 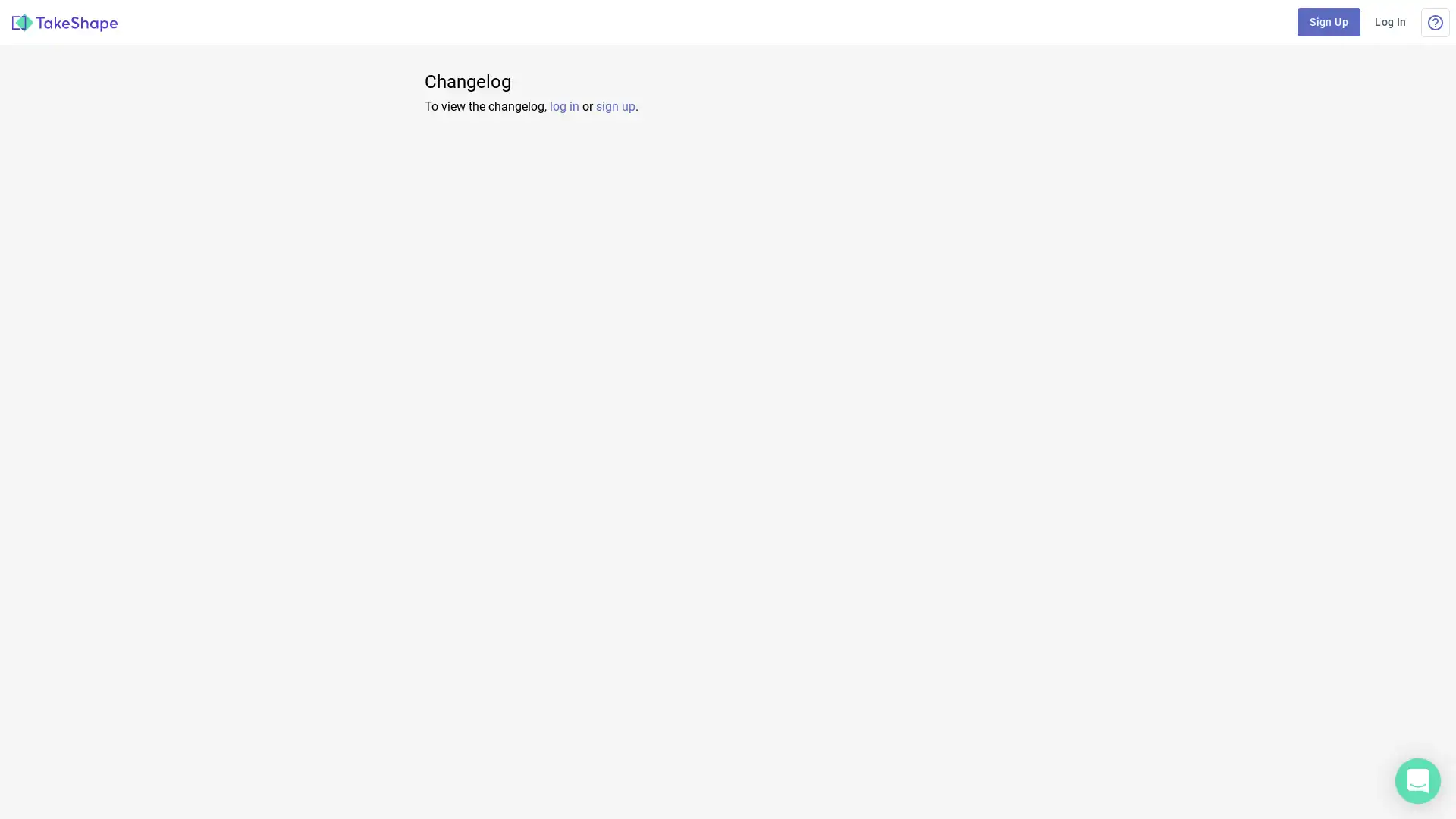 I want to click on Open Intercom Messenger, so click(x=1417, y=780).